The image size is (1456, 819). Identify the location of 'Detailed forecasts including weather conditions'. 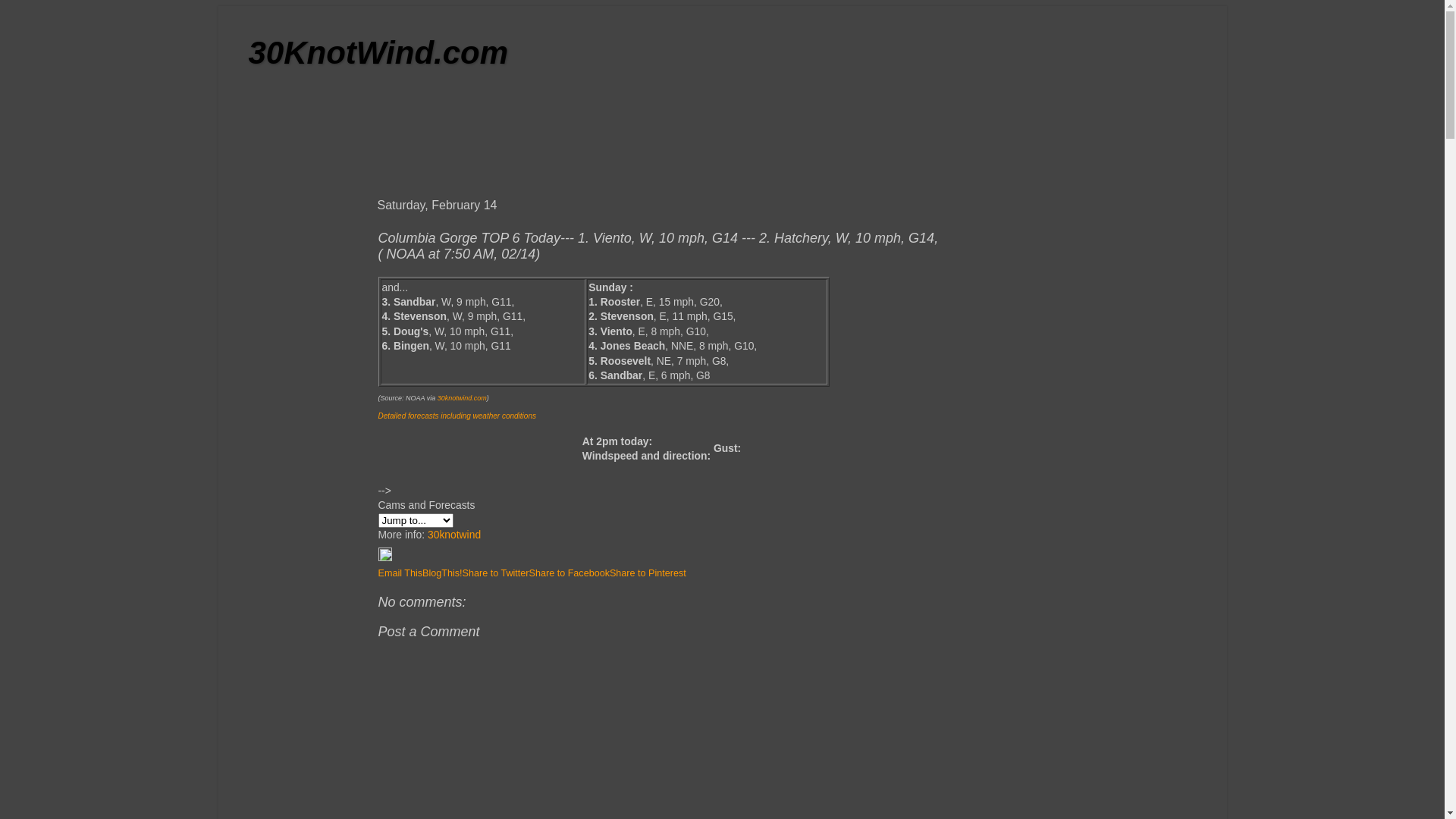
(378, 416).